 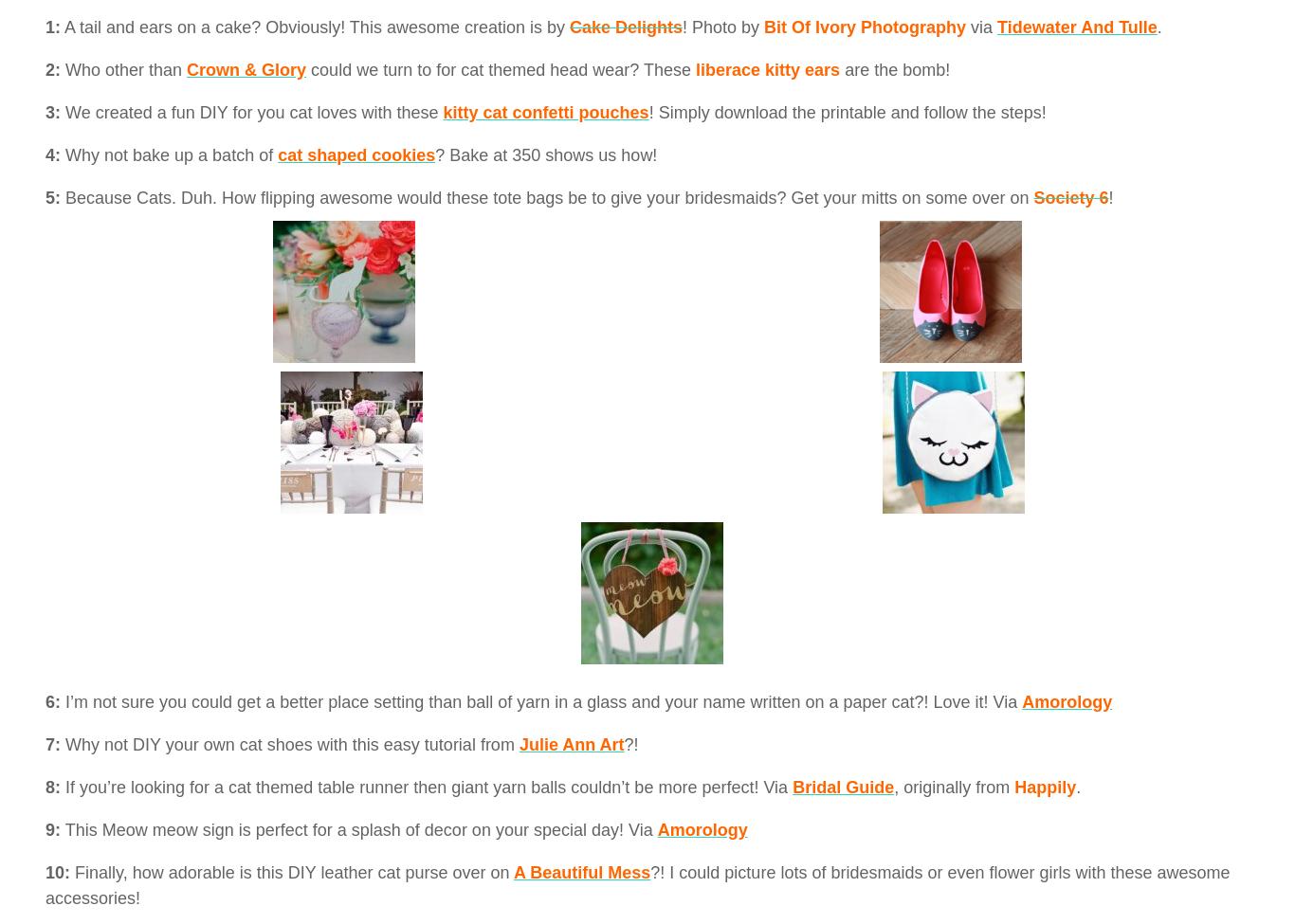 I want to click on '?!', so click(x=629, y=743).